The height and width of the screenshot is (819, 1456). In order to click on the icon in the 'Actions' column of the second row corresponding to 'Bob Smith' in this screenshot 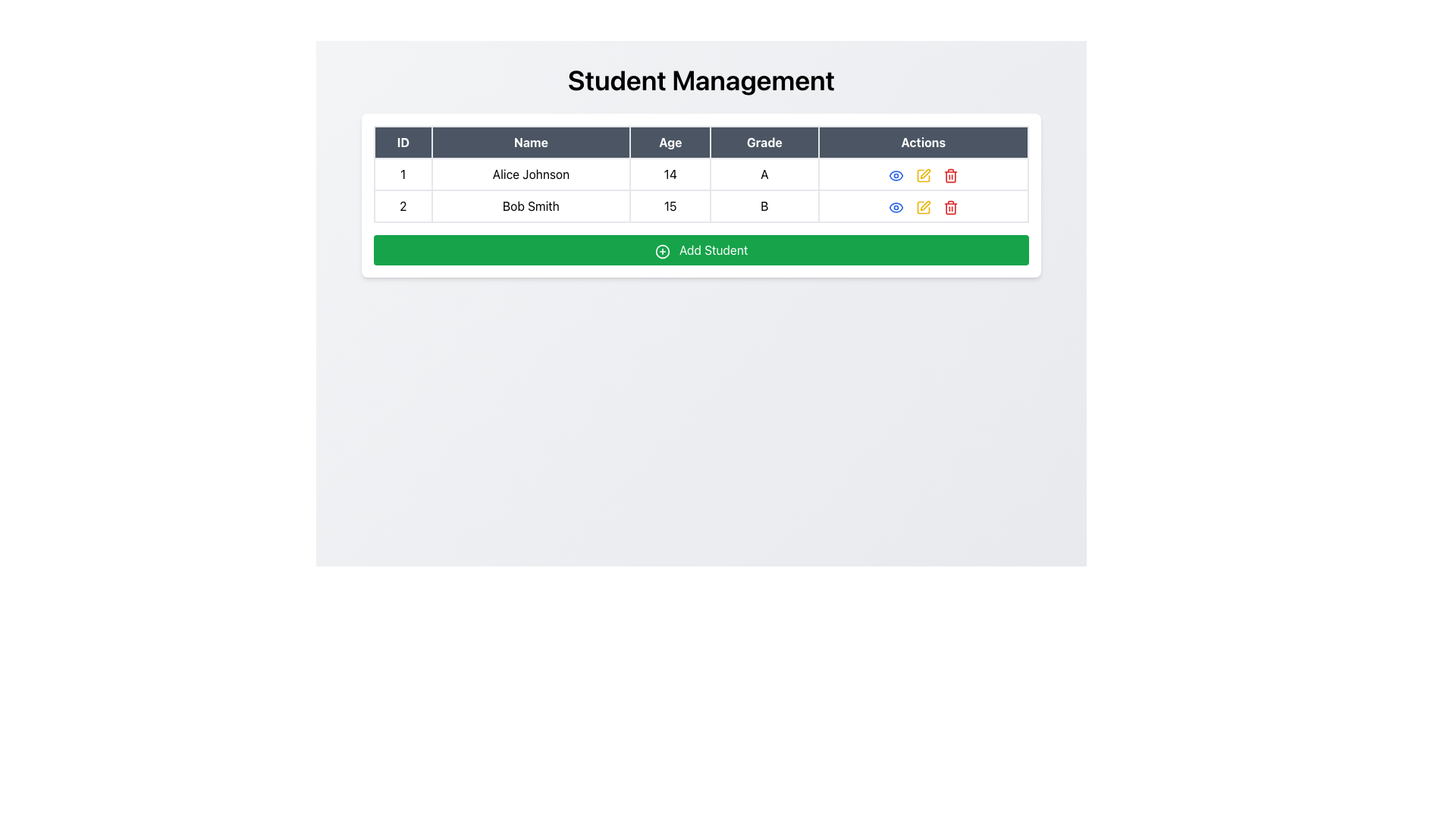, I will do `click(896, 174)`.